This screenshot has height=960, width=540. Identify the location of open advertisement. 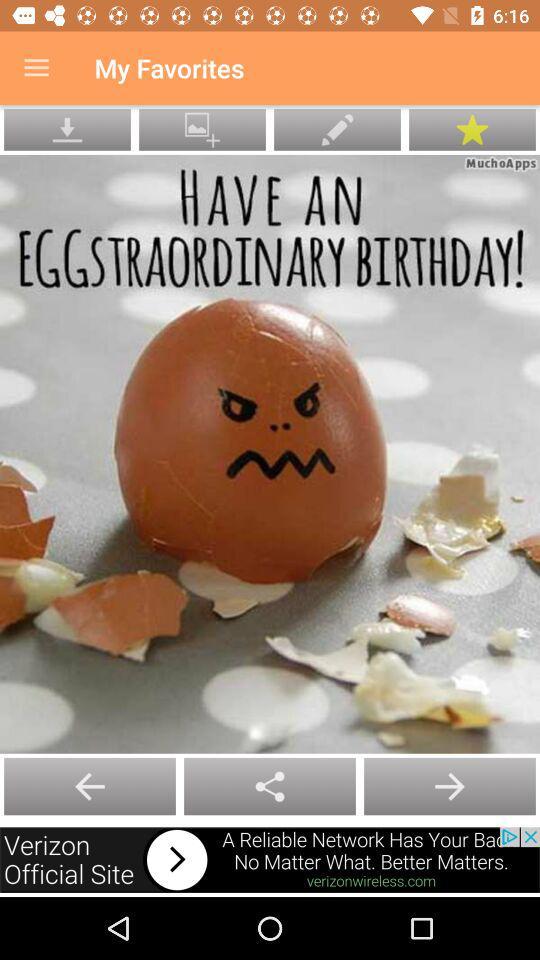
(270, 859).